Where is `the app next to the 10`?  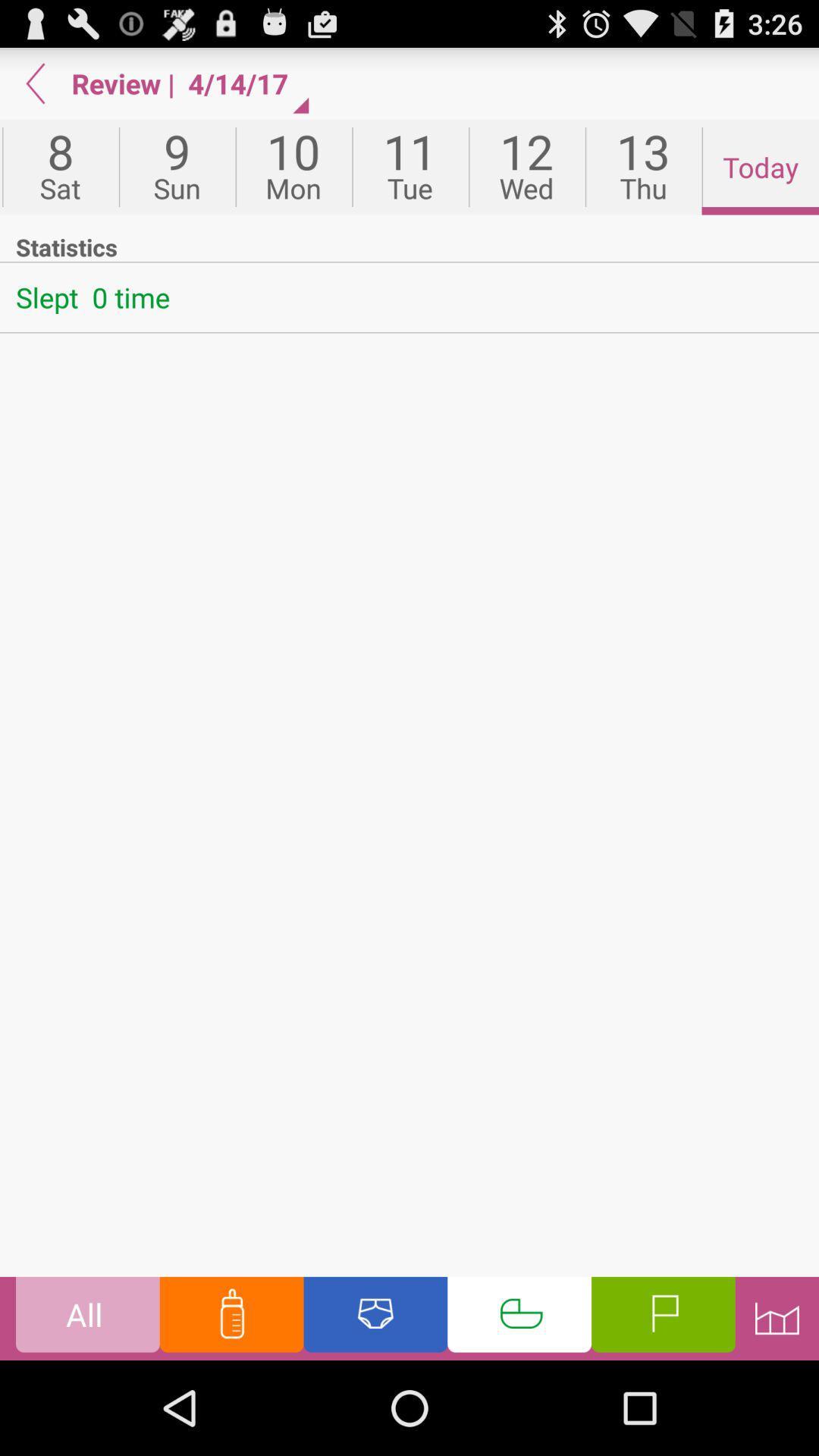 the app next to the 10 is located at coordinates (176, 167).